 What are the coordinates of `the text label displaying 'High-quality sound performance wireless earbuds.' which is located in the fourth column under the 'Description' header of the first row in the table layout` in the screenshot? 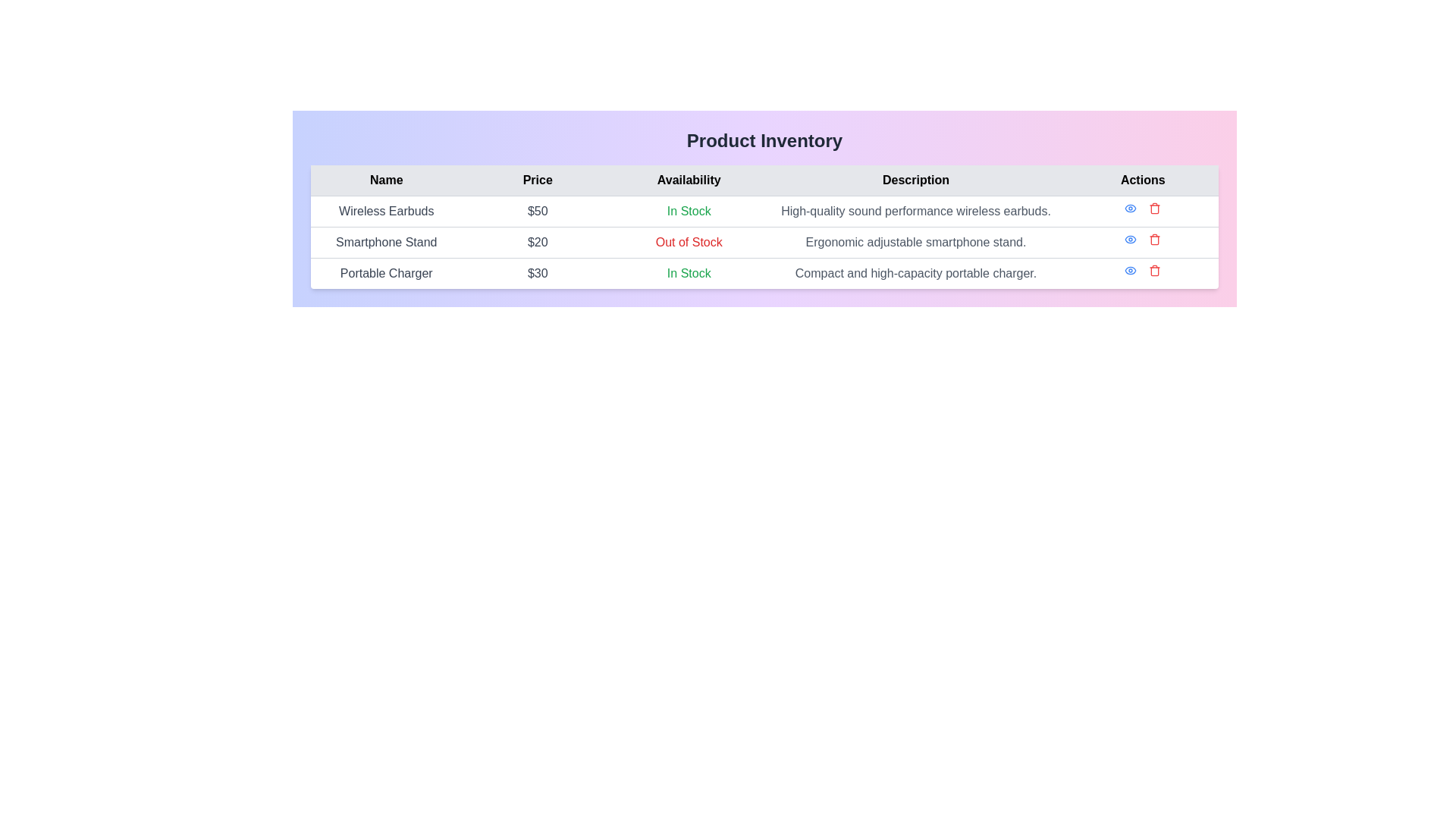 It's located at (915, 211).